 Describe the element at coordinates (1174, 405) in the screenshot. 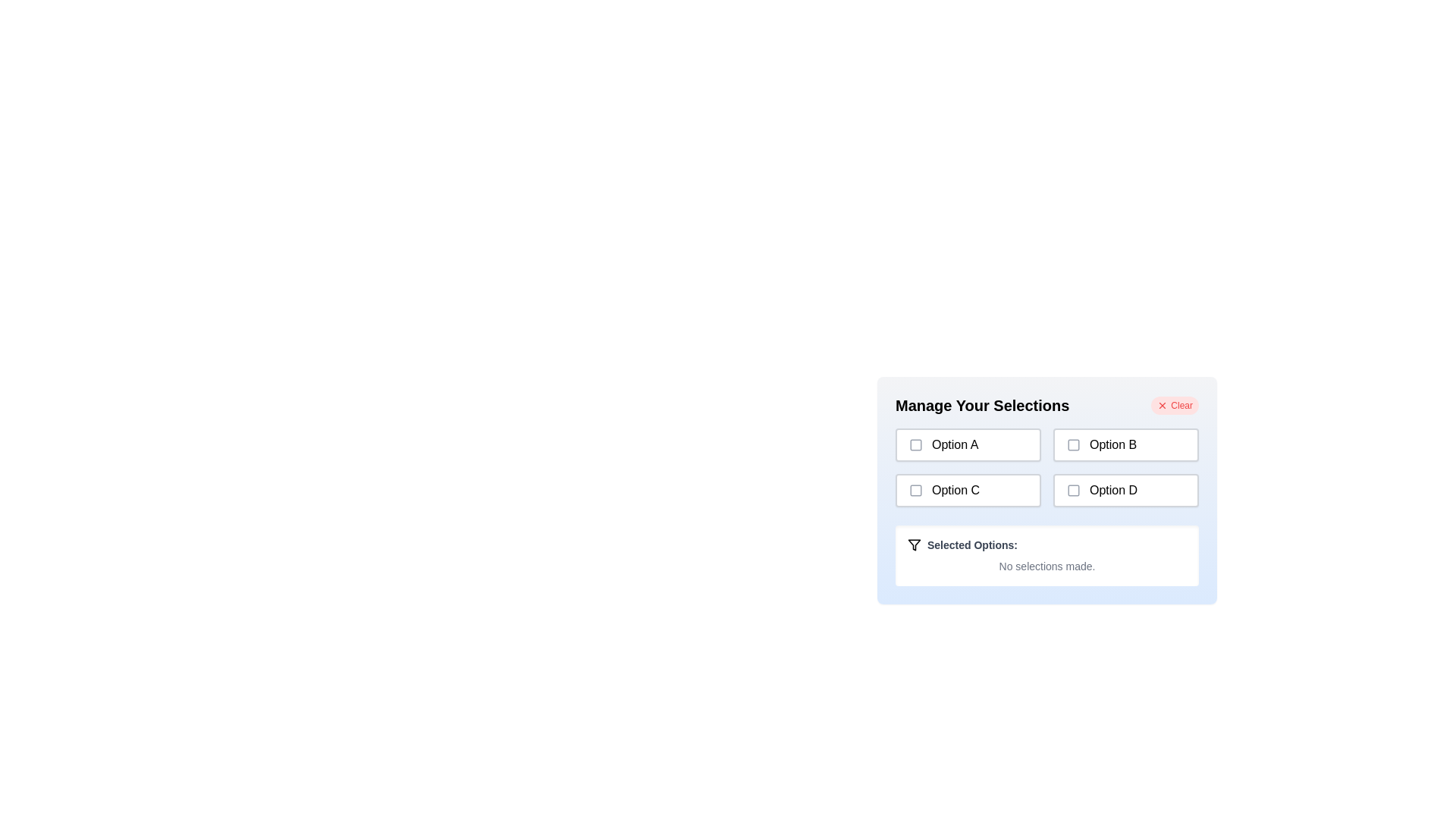

I see `'Clear' button to clear all selected items` at that location.